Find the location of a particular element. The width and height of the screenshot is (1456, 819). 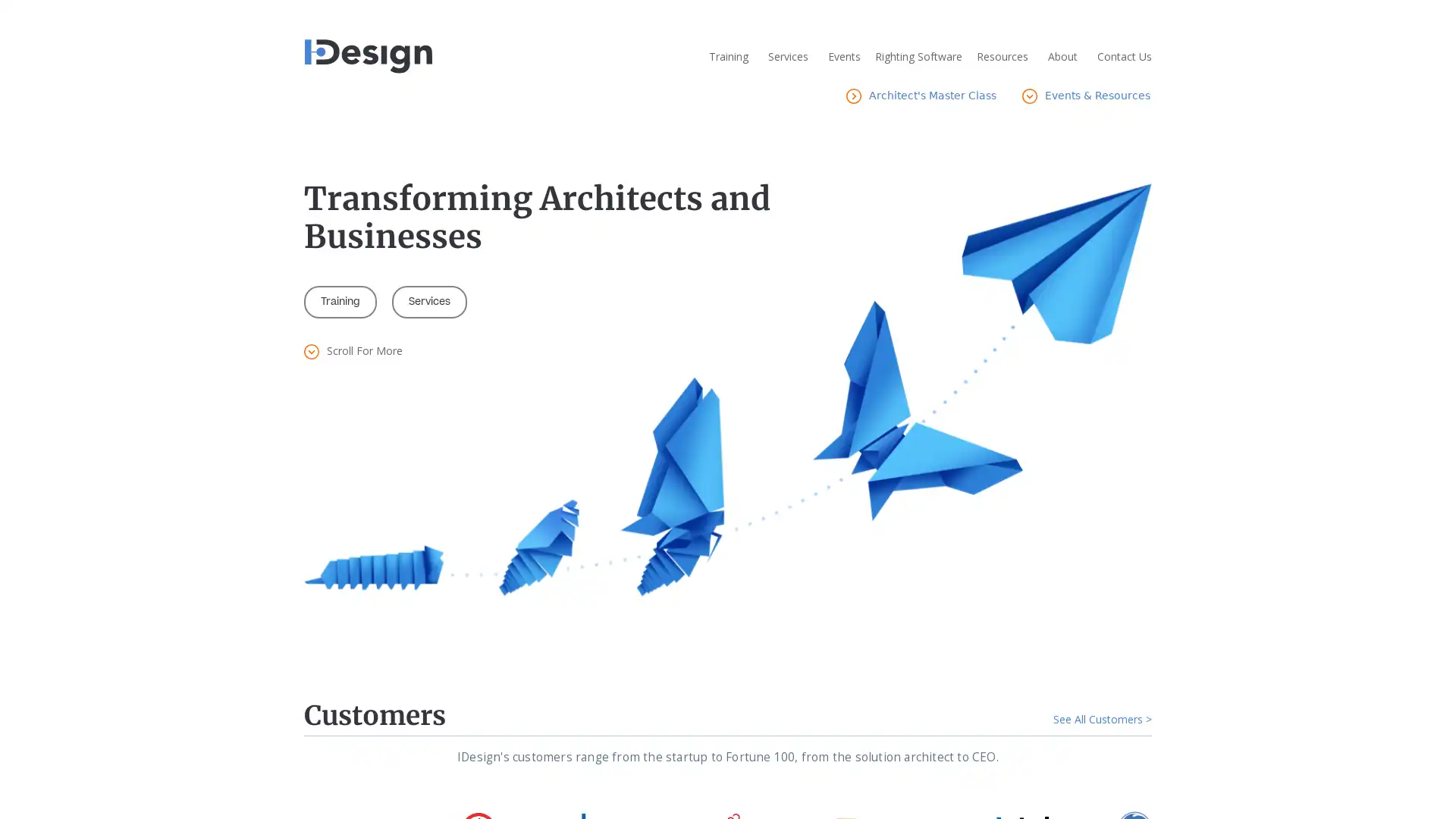

Training is located at coordinates (340, 301).